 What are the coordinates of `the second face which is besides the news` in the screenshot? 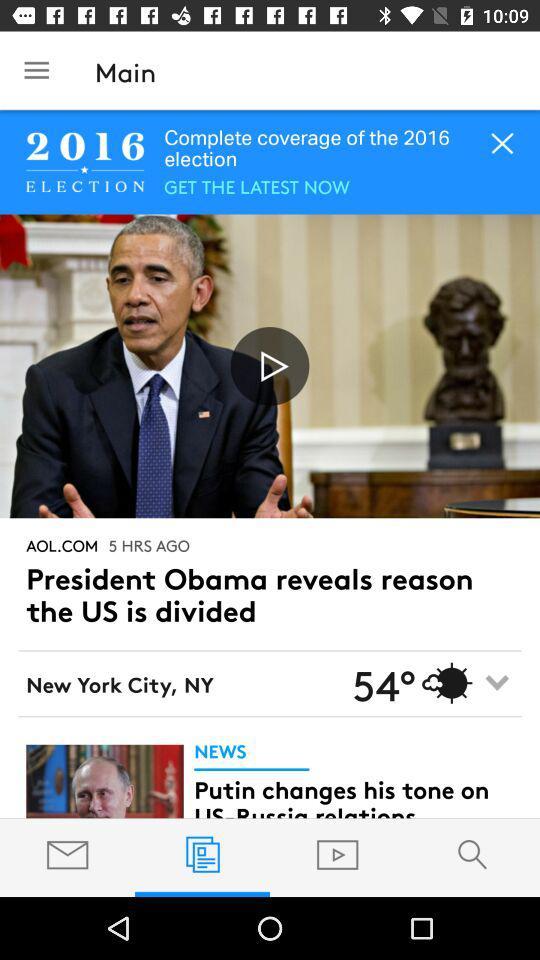 It's located at (104, 781).